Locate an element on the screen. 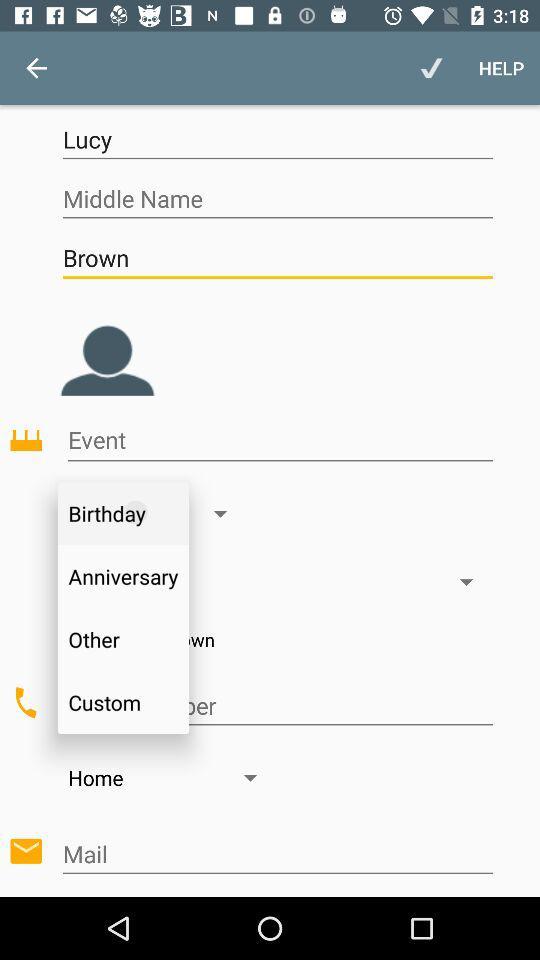 The width and height of the screenshot is (540, 960). item below home item is located at coordinates (276, 853).